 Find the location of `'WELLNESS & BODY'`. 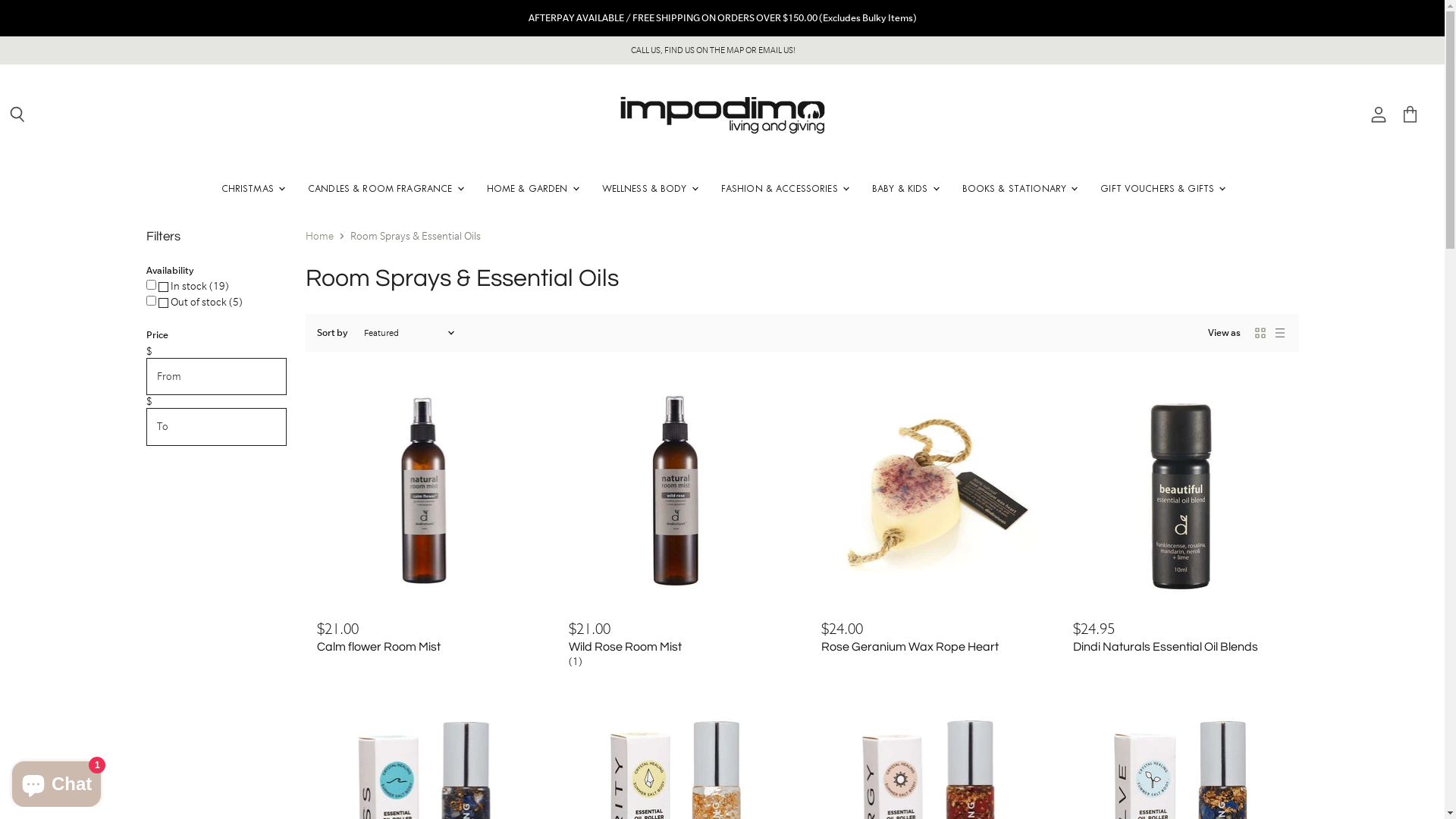

'WELLNESS & BODY' is located at coordinates (648, 187).